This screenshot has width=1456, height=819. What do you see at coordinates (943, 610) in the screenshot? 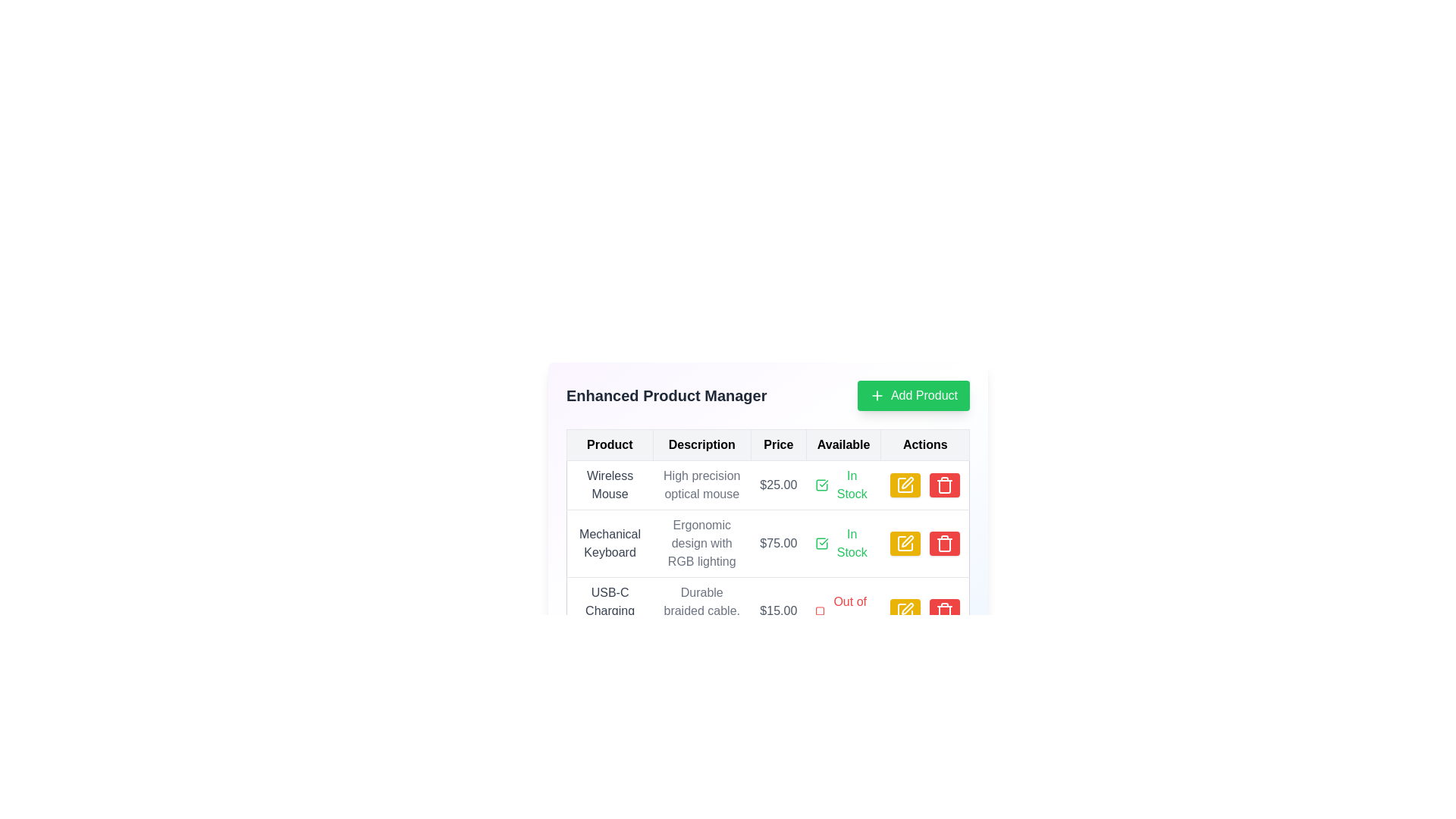
I see `the delete button located in the 'Actions' column of the last row in the table, positioned to the right of the yellow pencil icon button` at bounding box center [943, 610].